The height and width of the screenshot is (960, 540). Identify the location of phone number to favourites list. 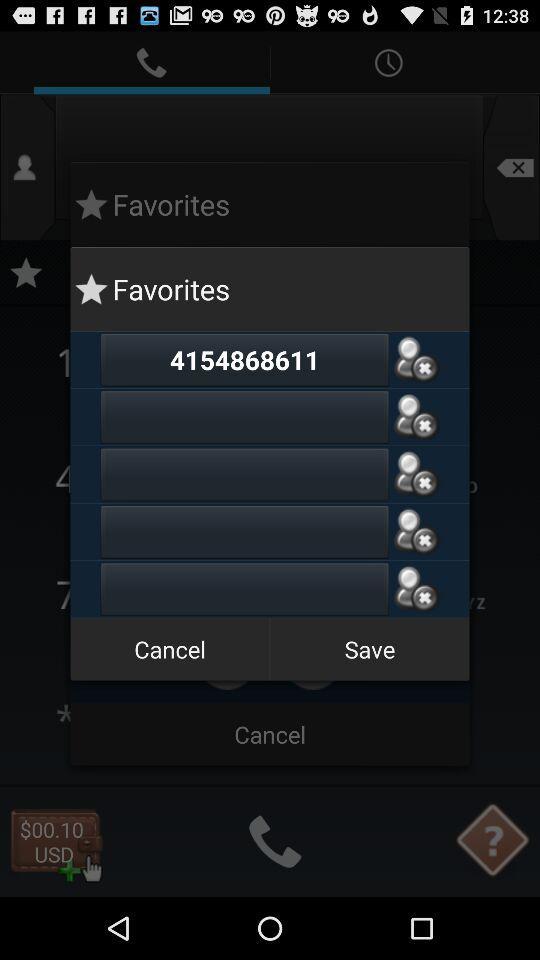
(415, 416).